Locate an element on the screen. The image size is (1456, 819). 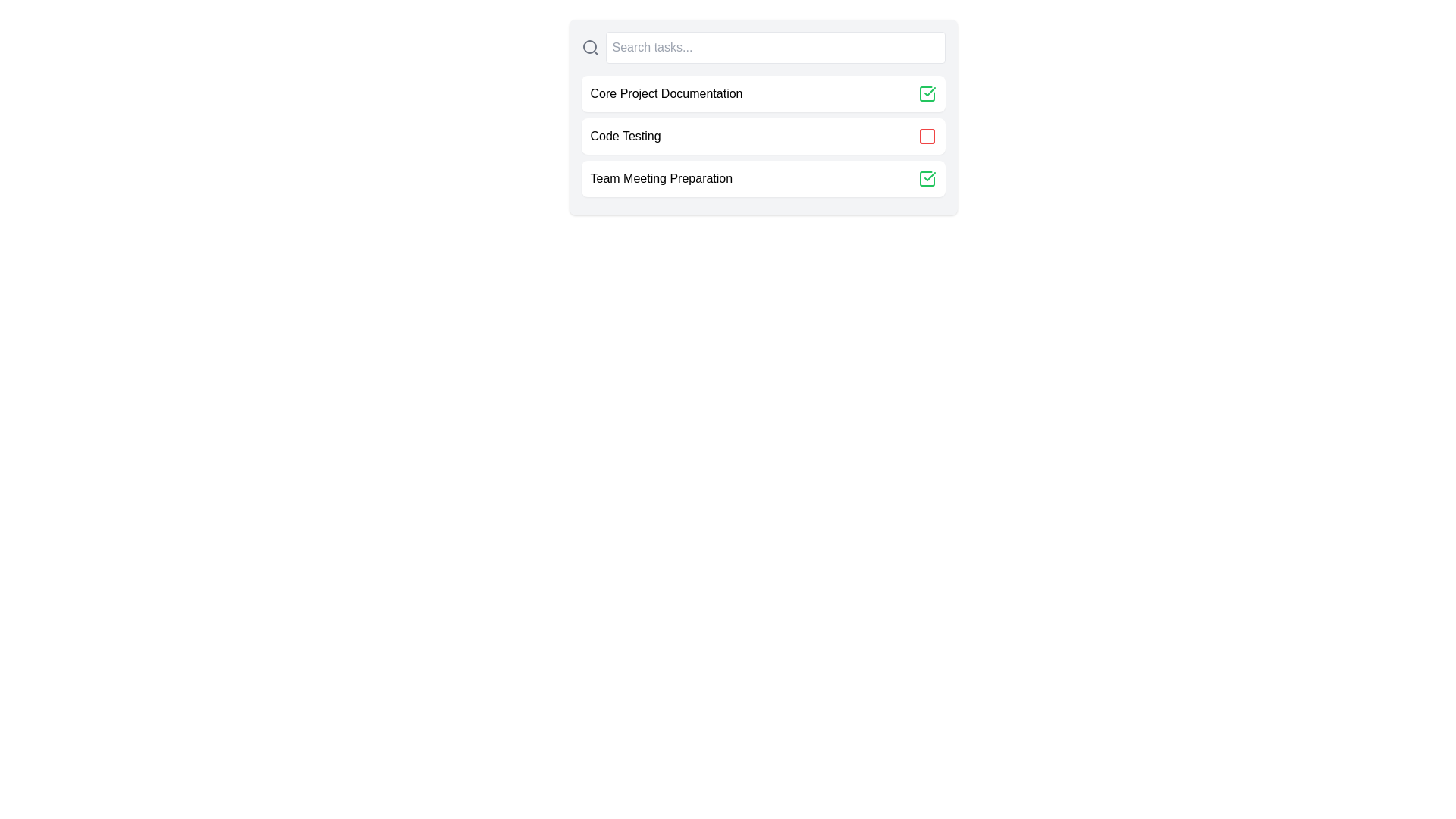
the text of the task named Core Project Documentation to select or highlight it is located at coordinates (666, 93).